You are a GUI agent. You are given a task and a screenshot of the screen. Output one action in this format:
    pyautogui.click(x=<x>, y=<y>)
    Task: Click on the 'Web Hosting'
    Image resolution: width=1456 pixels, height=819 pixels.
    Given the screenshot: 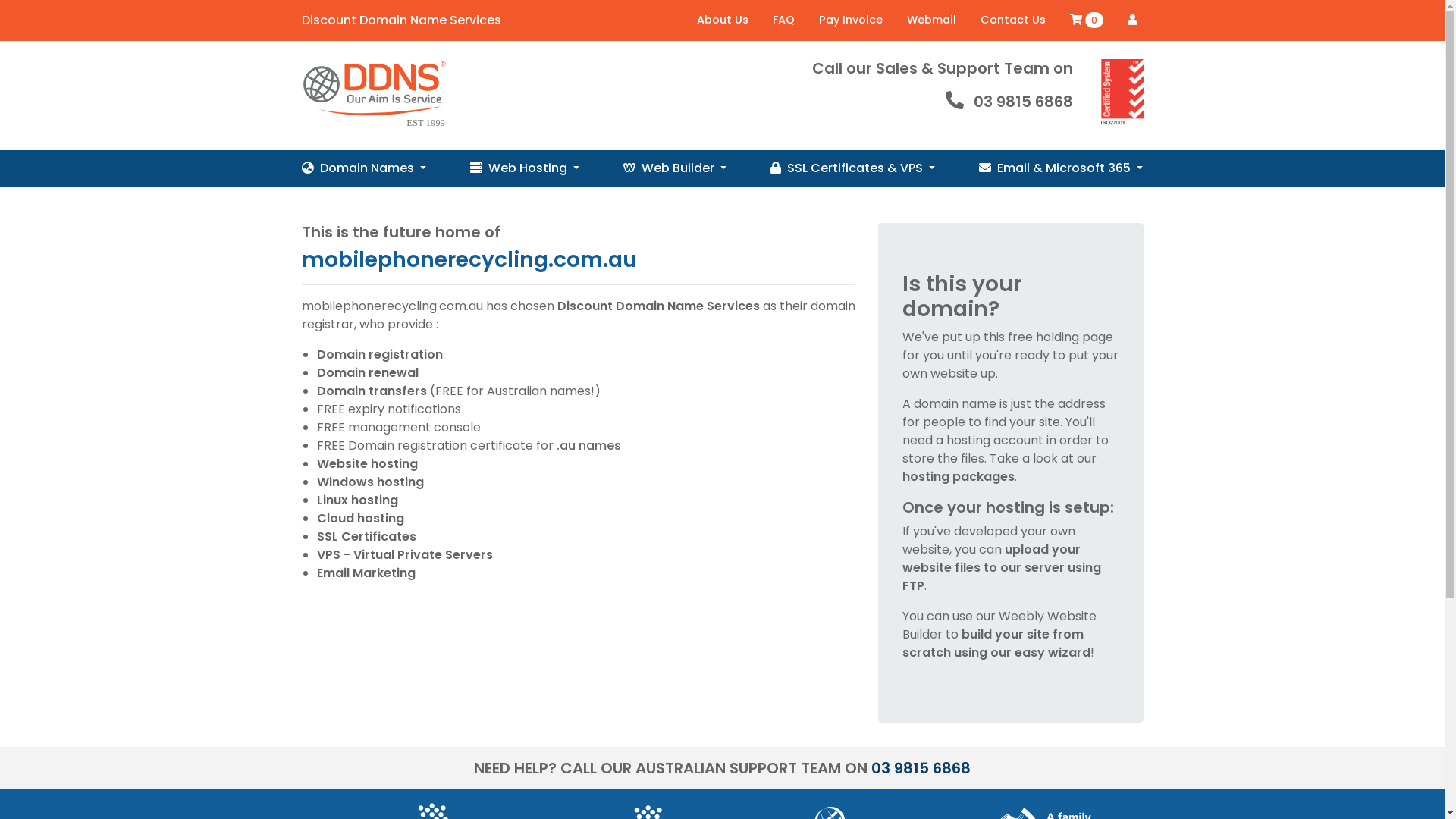 What is the action you would take?
    pyautogui.click(x=469, y=168)
    